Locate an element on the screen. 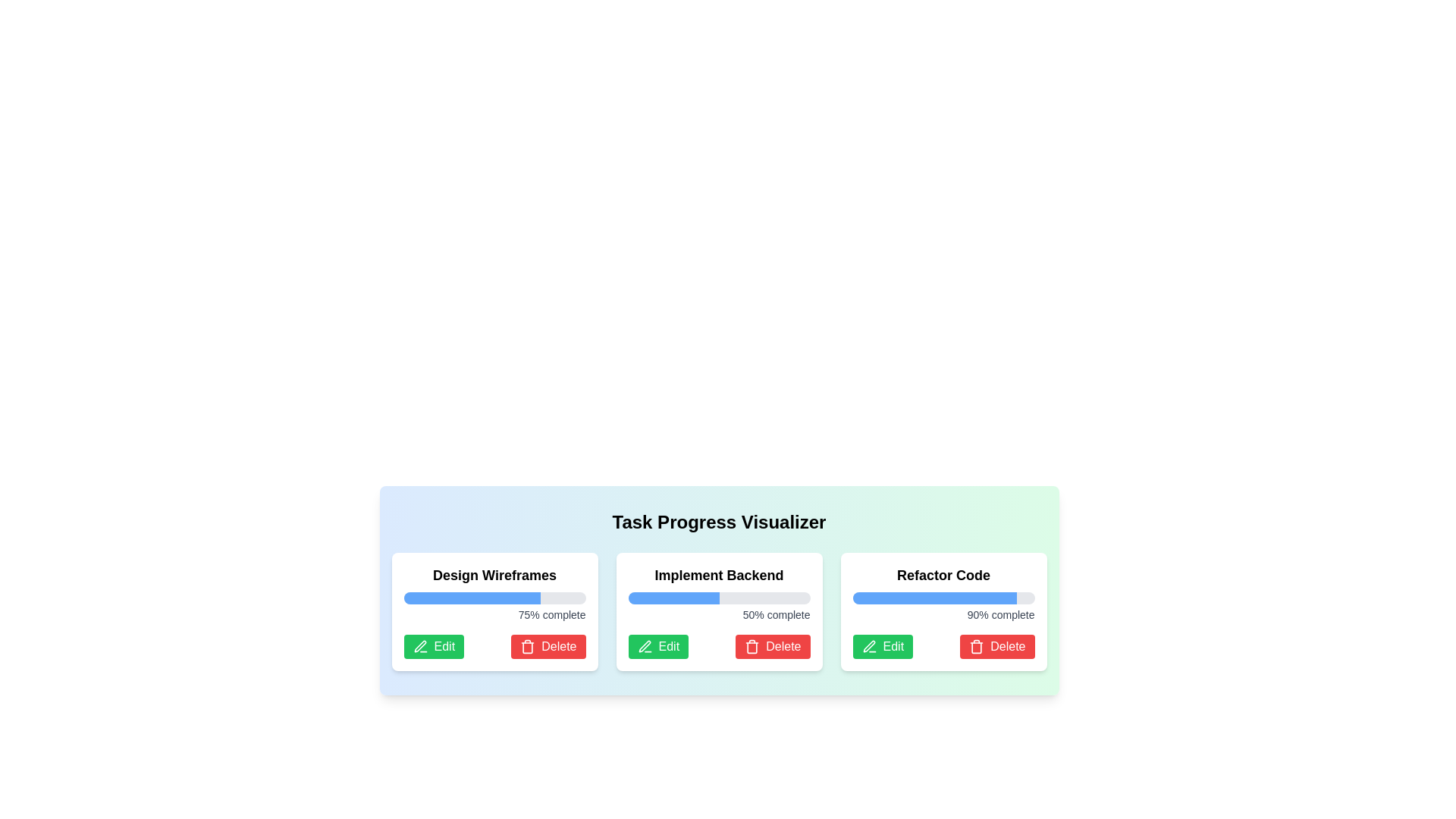 The width and height of the screenshot is (1456, 819). the Progress Bar indicating 50% completion for the task 'Implement Backend', located below its title within the second card of the task visualizer is located at coordinates (718, 598).